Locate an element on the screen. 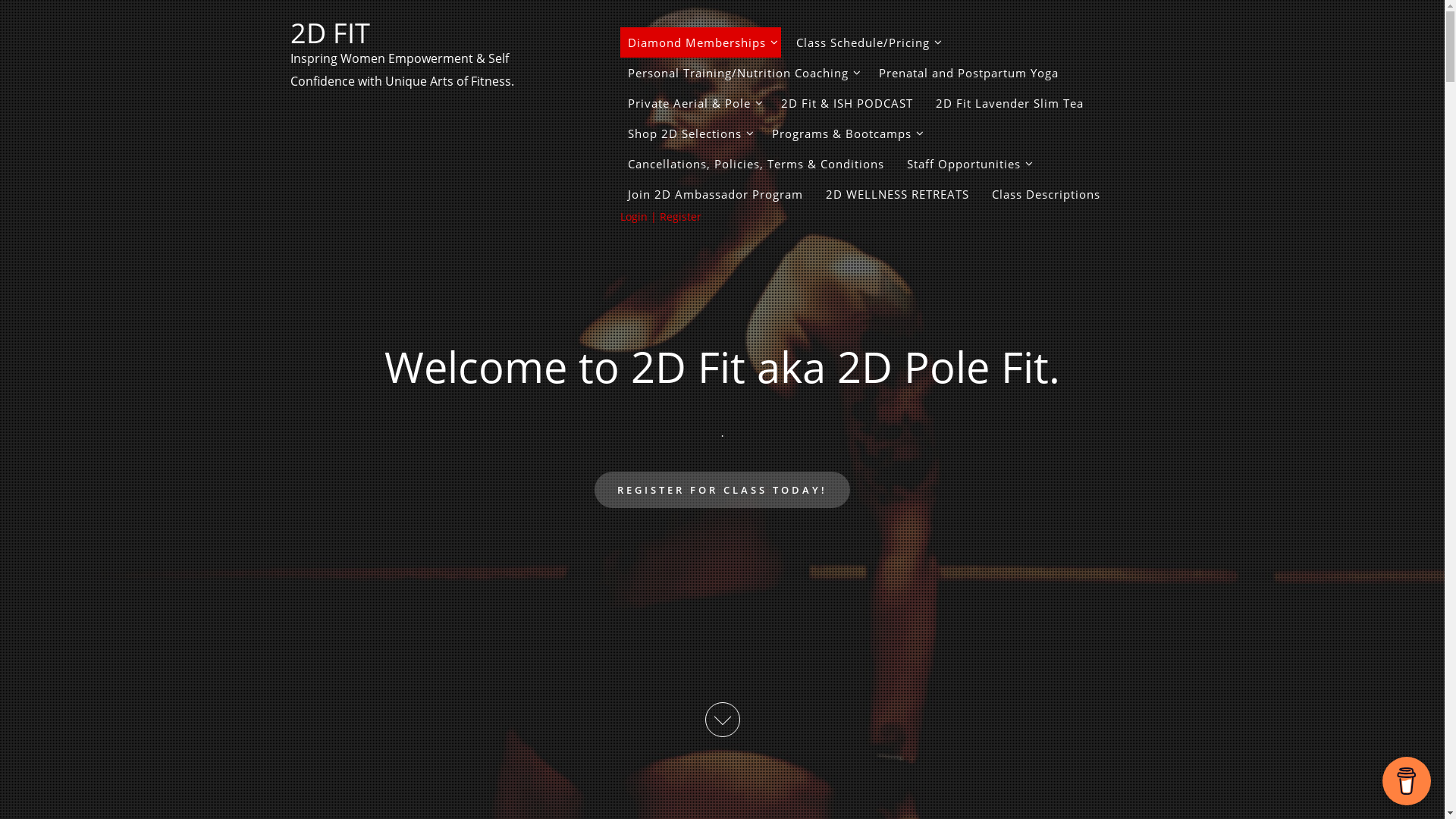  'Prenatal and Postpartum Yoga' is located at coordinates (967, 73).